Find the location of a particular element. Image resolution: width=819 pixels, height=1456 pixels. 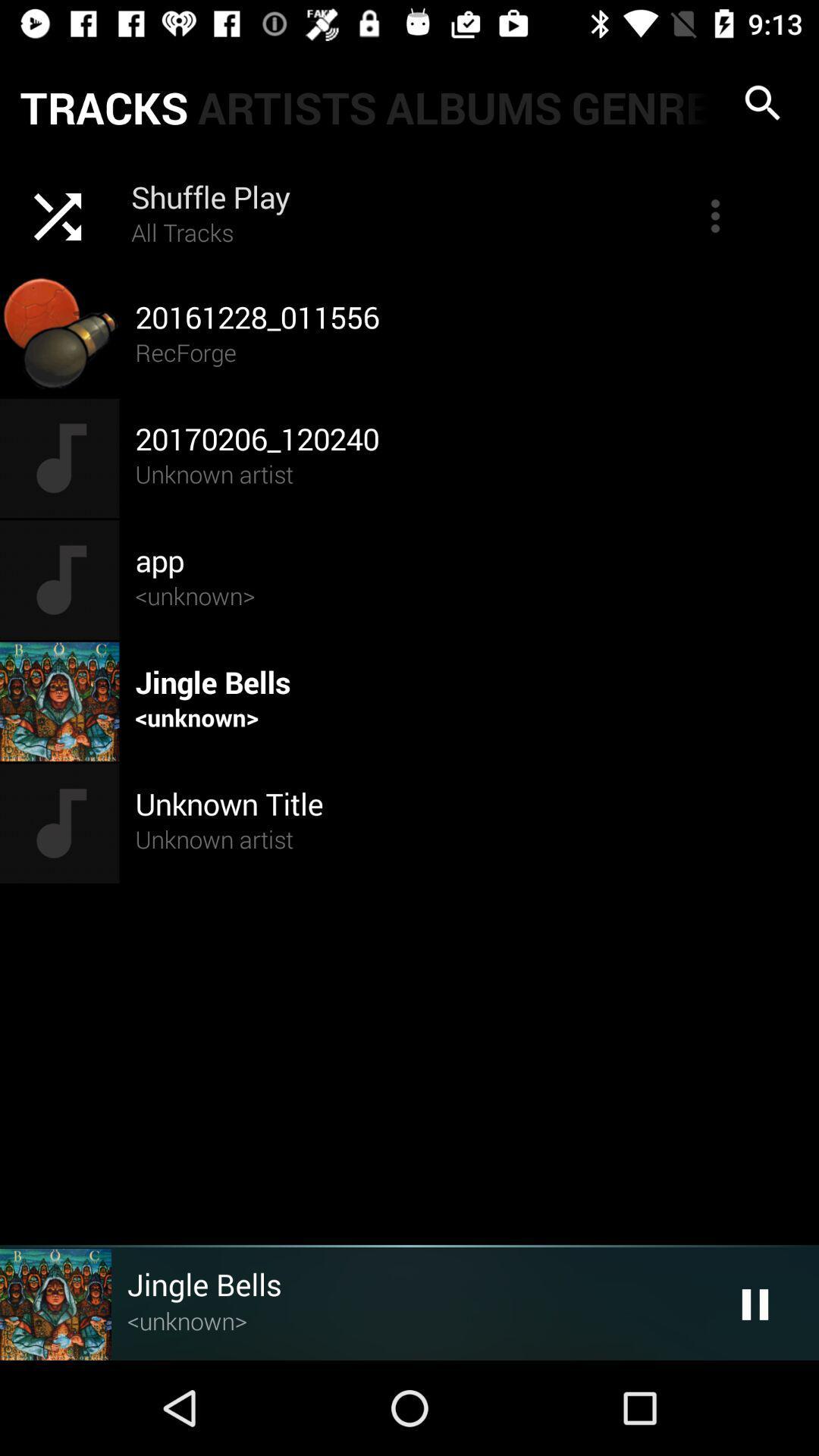

the pause icon is located at coordinates (755, 1304).